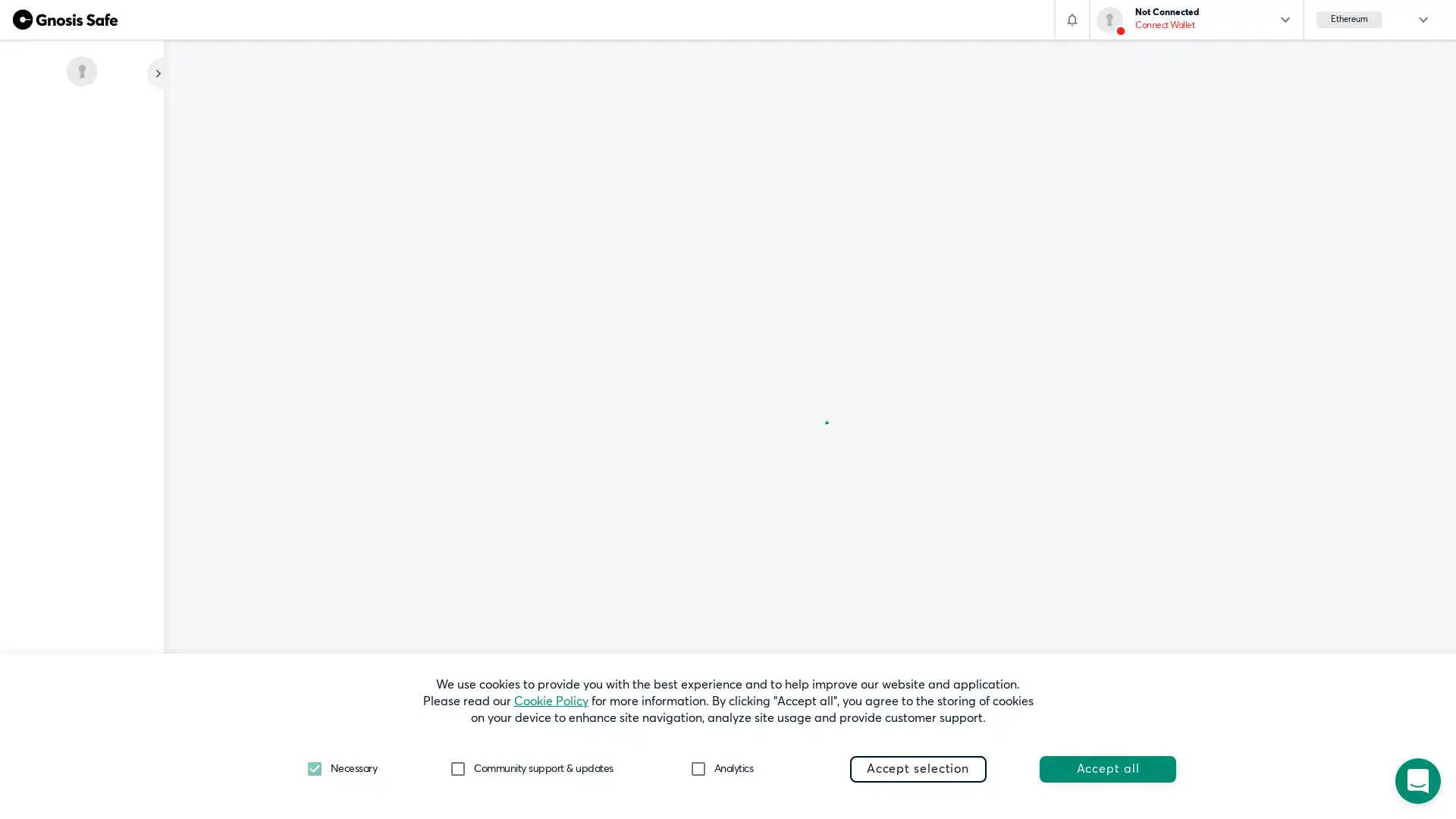 The image size is (1456, 819). I want to click on Accept all, so click(1107, 768).